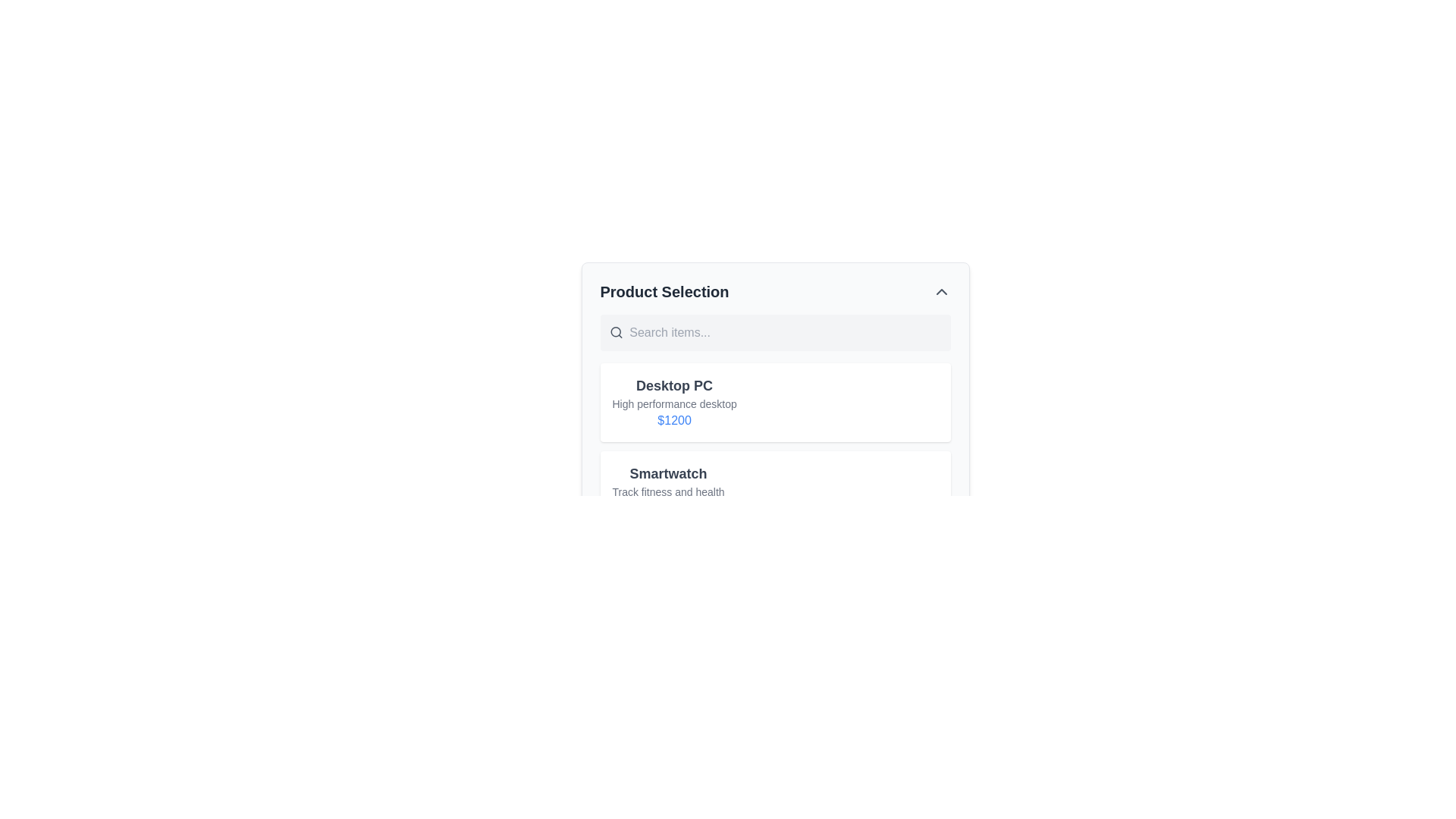 The image size is (1456, 819). What do you see at coordinates (667, 509) in the screenshot?
I see `the price text element displaying '$350' located below the product description in the Smartwatch section` at bounding box center [667, 509].